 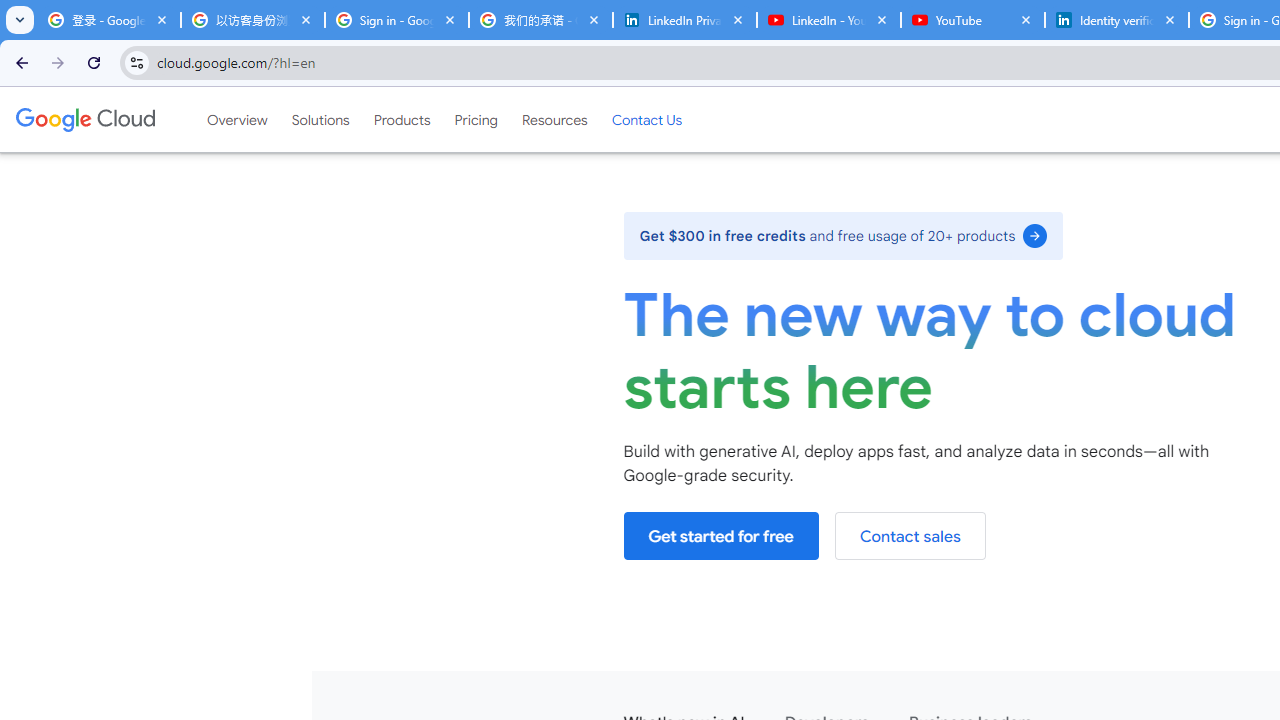 What do you see at coordinates (843, 234) in the screenshot?
I see `'Get $300 in free credits and free usage of 20+ products'` at bounding box center [843, 234].